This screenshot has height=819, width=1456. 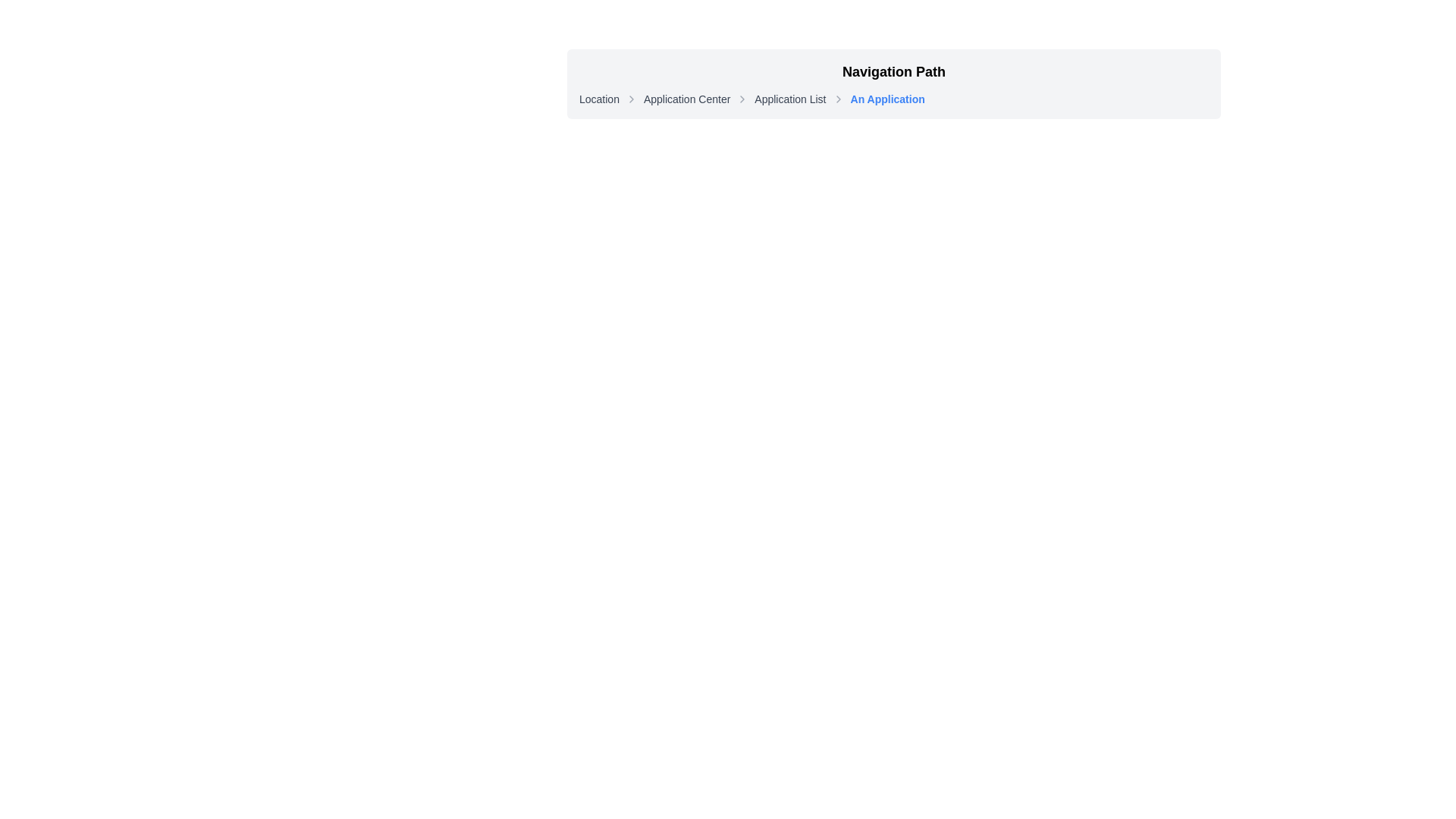 I want to click on the navigational link that directs users to the 'Application List' section, positioned between 'Application Center' and a right-pointing chevron icon in the breadcrumb navigation sequence, so click(x=789, y=99).